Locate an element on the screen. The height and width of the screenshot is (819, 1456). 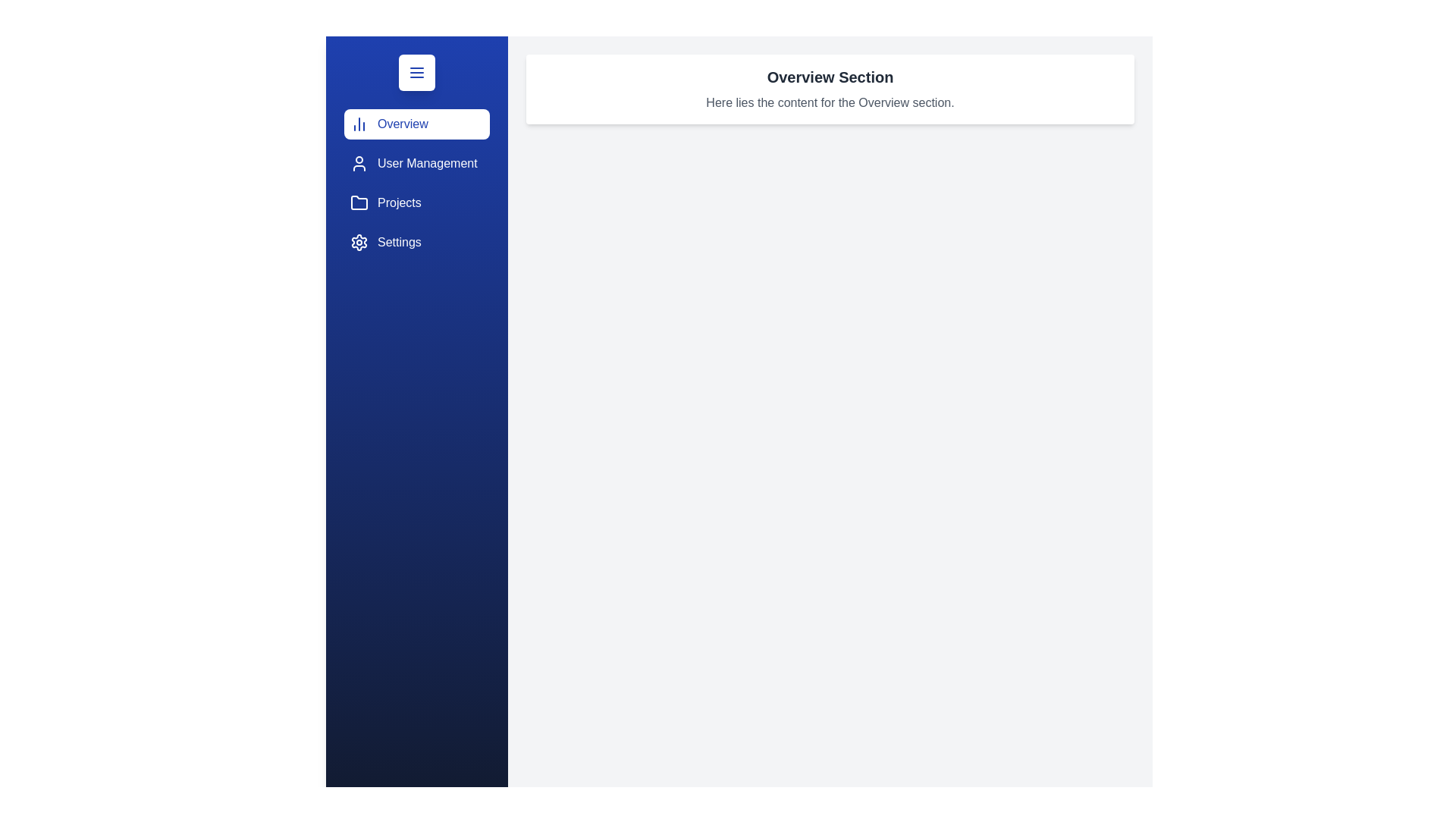
the sidebar section Settings by clicking on its corresponding area is located at coordinates (417, 242).